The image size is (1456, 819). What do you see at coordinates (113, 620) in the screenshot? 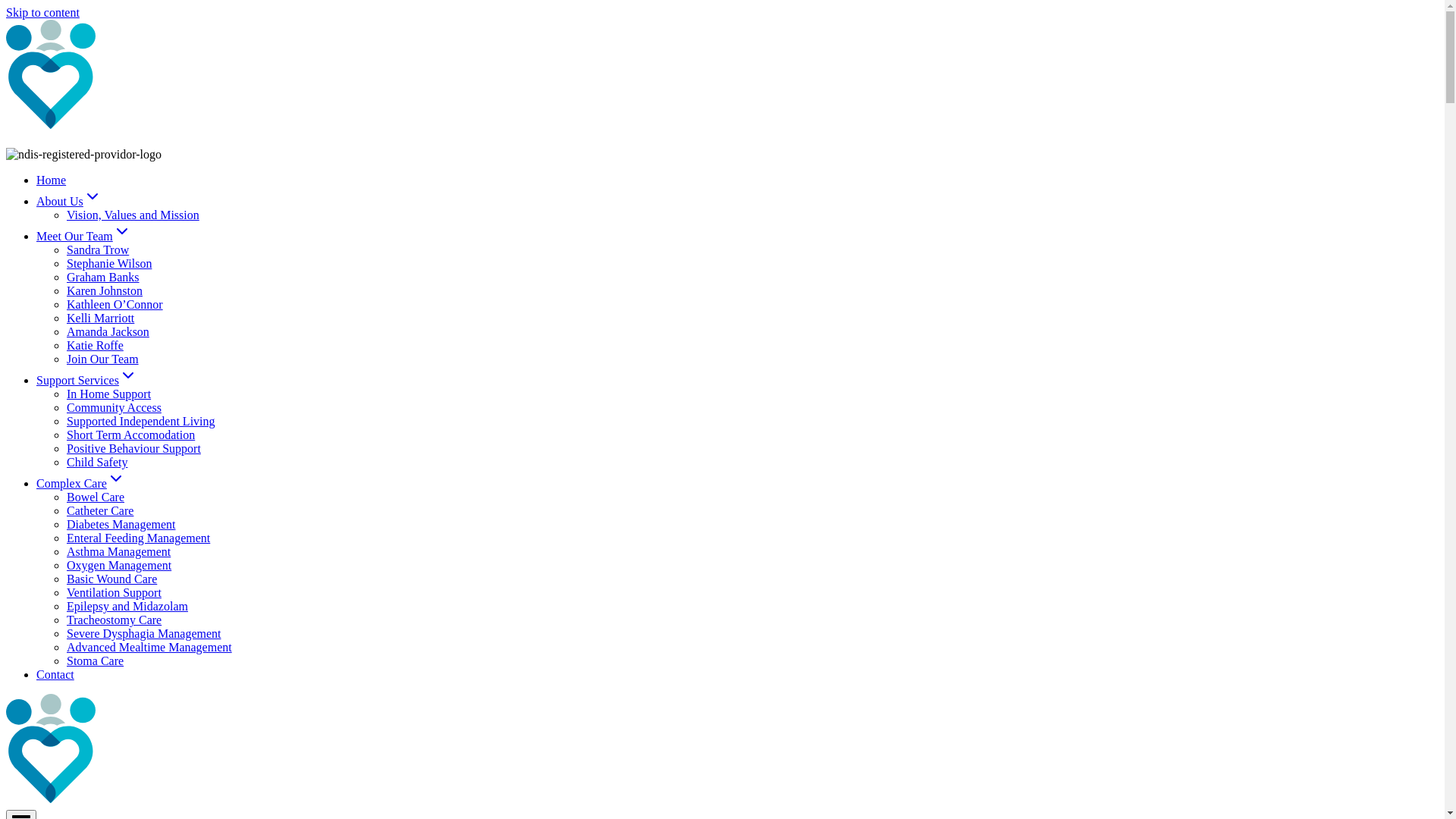
I see `'Tracheostomy Care'` at bounding box center [113, 620].